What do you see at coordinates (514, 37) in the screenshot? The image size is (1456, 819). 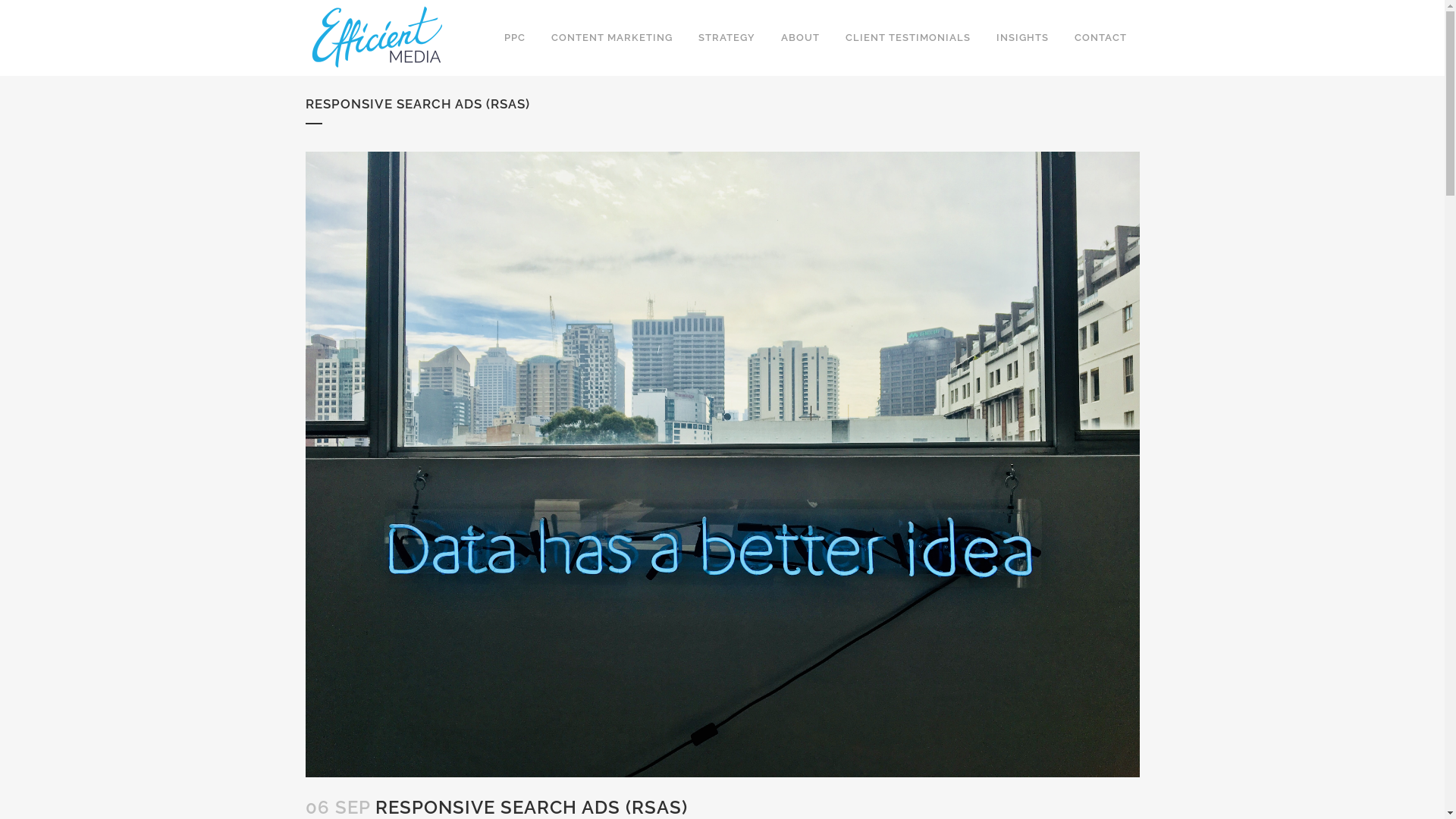 I see `'PPC'` at bounding box center [514, 37].